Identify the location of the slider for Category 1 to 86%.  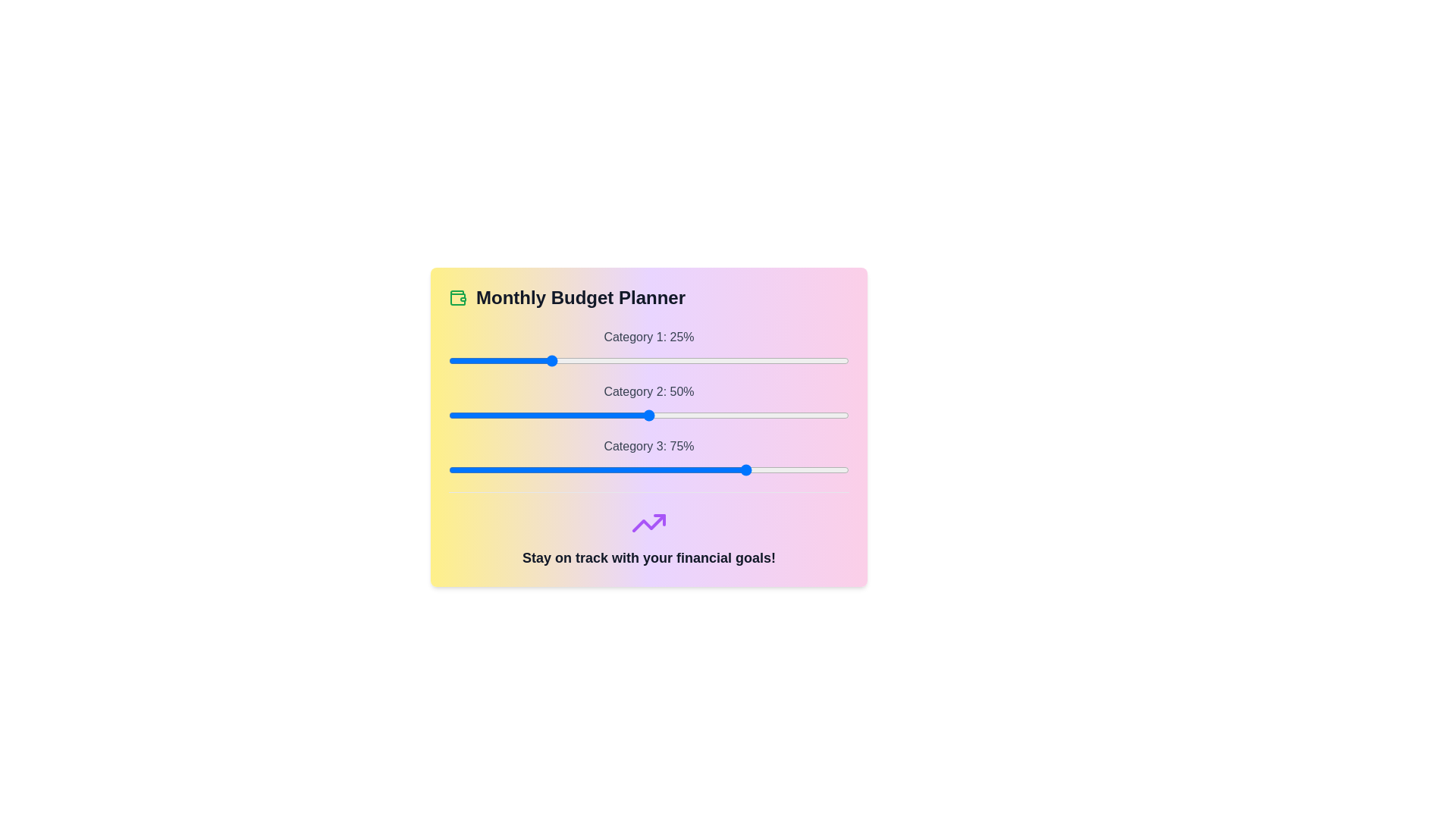
(792, 360).